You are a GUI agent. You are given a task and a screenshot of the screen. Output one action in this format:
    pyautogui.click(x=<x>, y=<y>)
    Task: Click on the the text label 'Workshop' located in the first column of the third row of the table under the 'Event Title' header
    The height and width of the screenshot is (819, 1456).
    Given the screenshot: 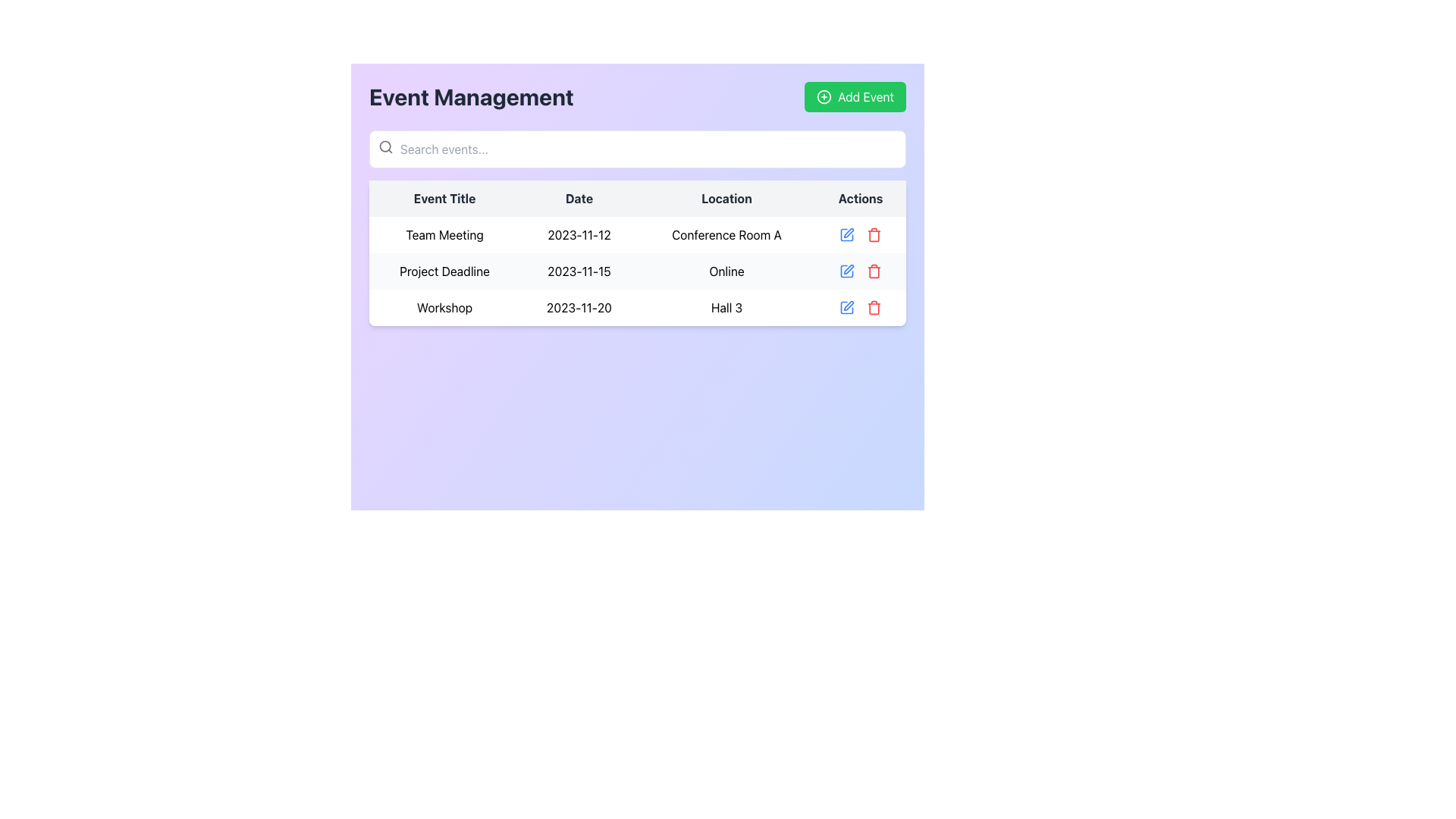 What is the action you would take?
    pyautogui.click(x=444, y=307)
    